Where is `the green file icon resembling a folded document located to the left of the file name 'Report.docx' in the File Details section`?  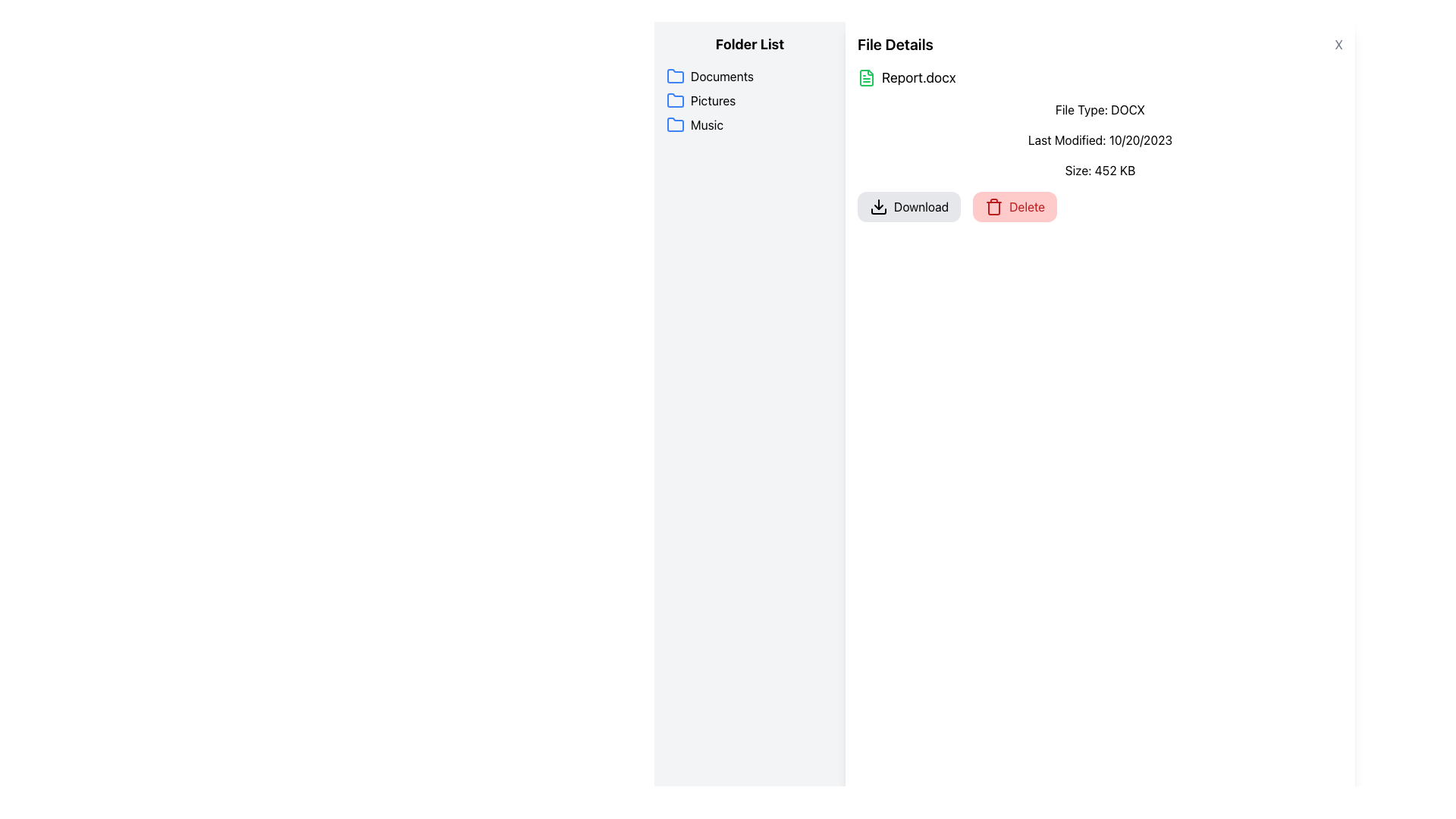
the green file icon resembling a folded document located to the left of the file name 'Report.docx' in the File Details section is located at coordinates (866, 78).